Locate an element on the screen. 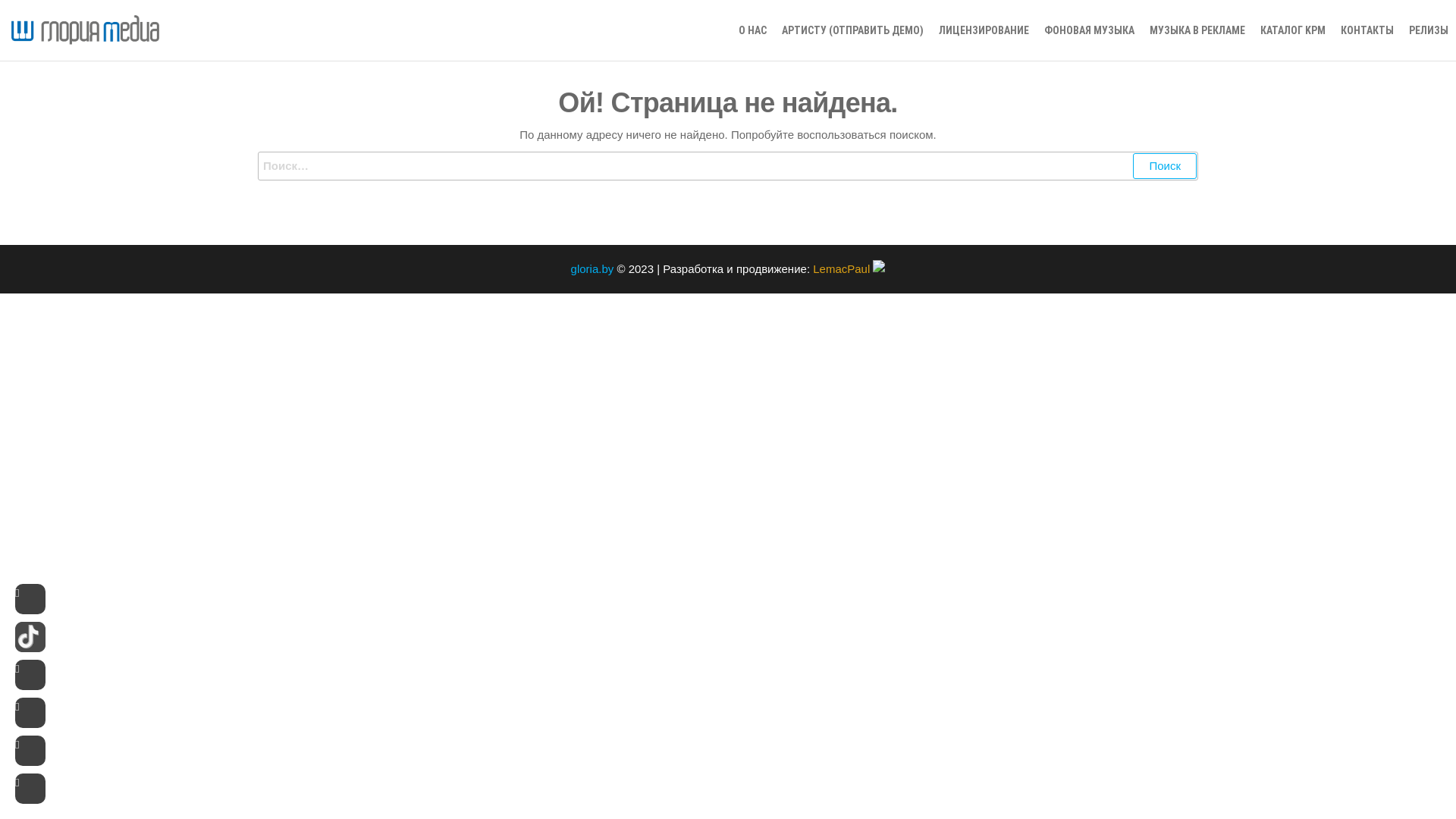 The height and width of the screenshot is (819, 1456). 'LemacPaul' is located at coordinates (848, 268).